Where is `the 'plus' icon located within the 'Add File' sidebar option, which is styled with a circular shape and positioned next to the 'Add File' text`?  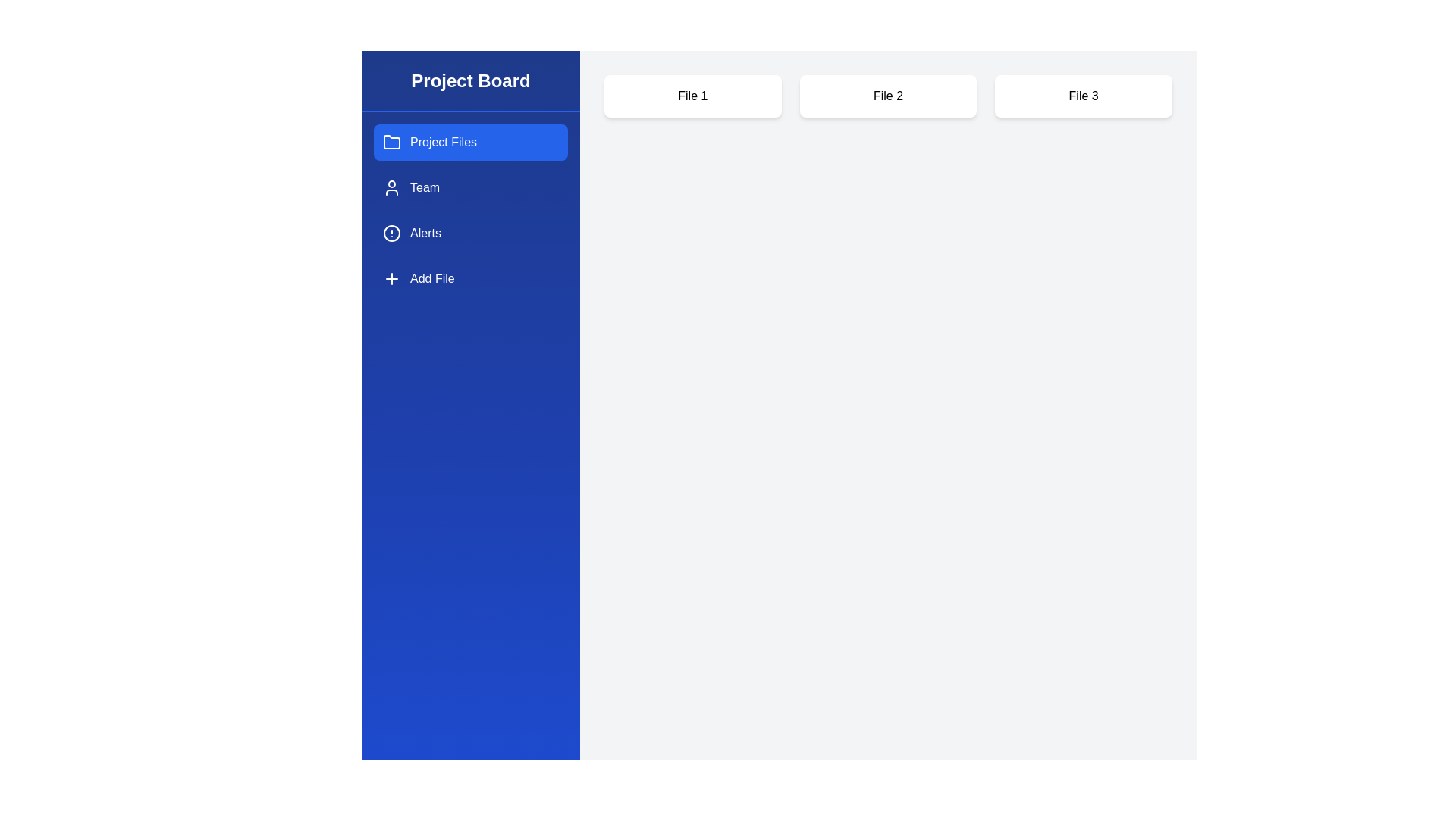 the 'plus' icon located within the 'Add File' sidebar option, which is styled with a circular shape and positioned next to the 'Add File' text is located at coordinates (392, 278).